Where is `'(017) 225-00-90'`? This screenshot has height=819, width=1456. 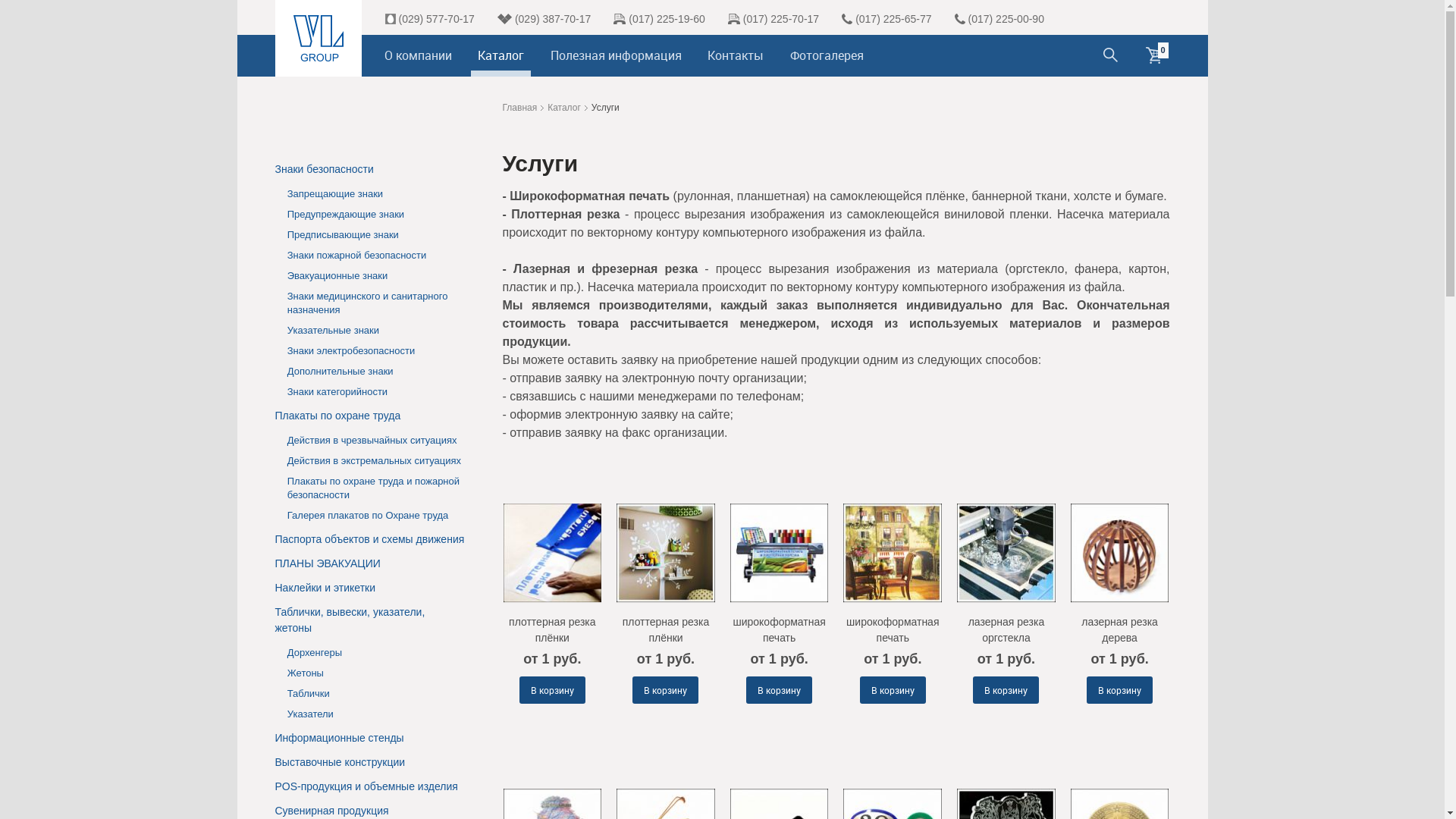 '(017) 225-00-90' is located at coordinates (1006, 18).